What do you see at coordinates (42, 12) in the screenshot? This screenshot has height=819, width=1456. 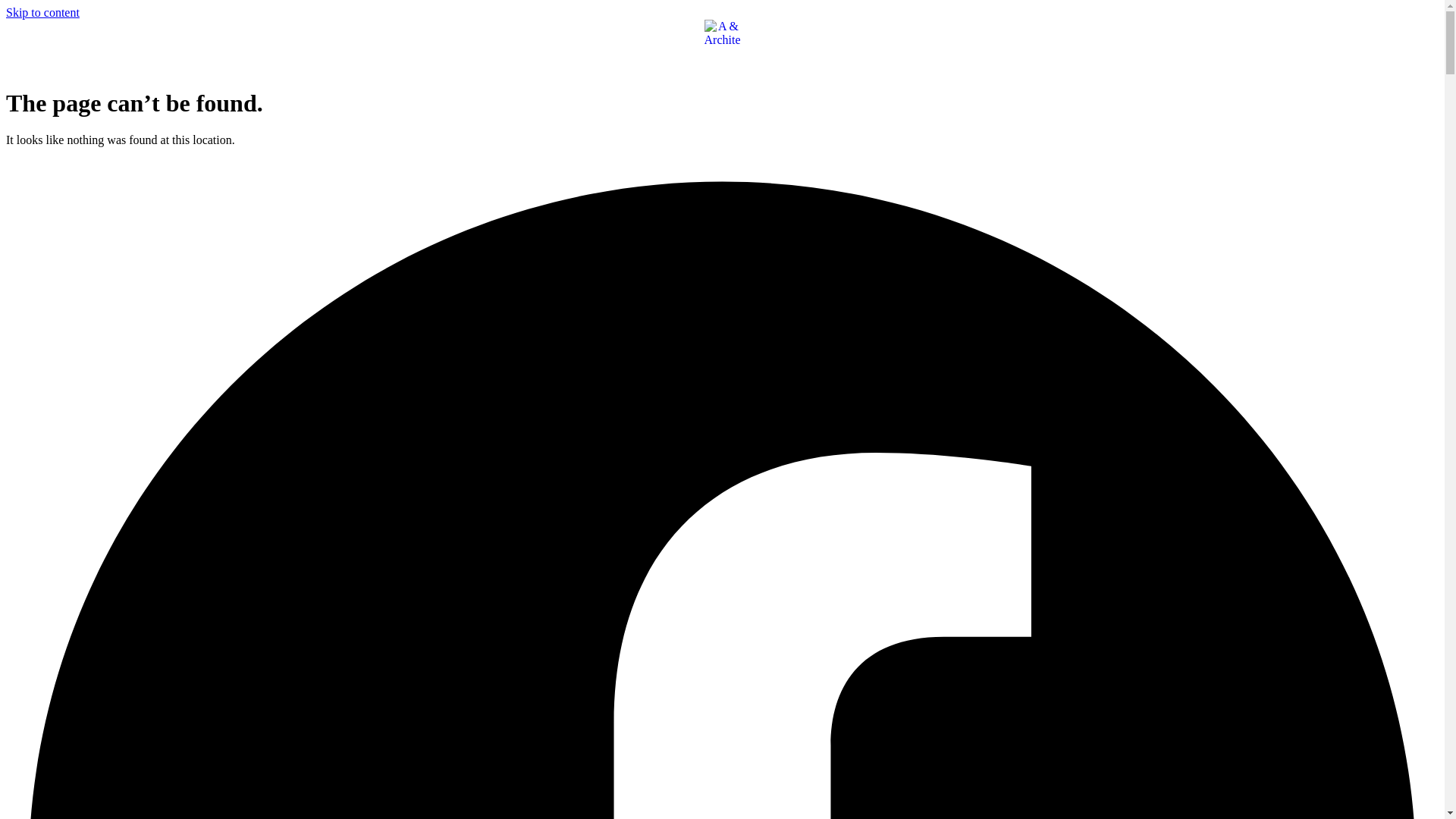 I see `'Skip to content'` at bounding box center [42, 12].